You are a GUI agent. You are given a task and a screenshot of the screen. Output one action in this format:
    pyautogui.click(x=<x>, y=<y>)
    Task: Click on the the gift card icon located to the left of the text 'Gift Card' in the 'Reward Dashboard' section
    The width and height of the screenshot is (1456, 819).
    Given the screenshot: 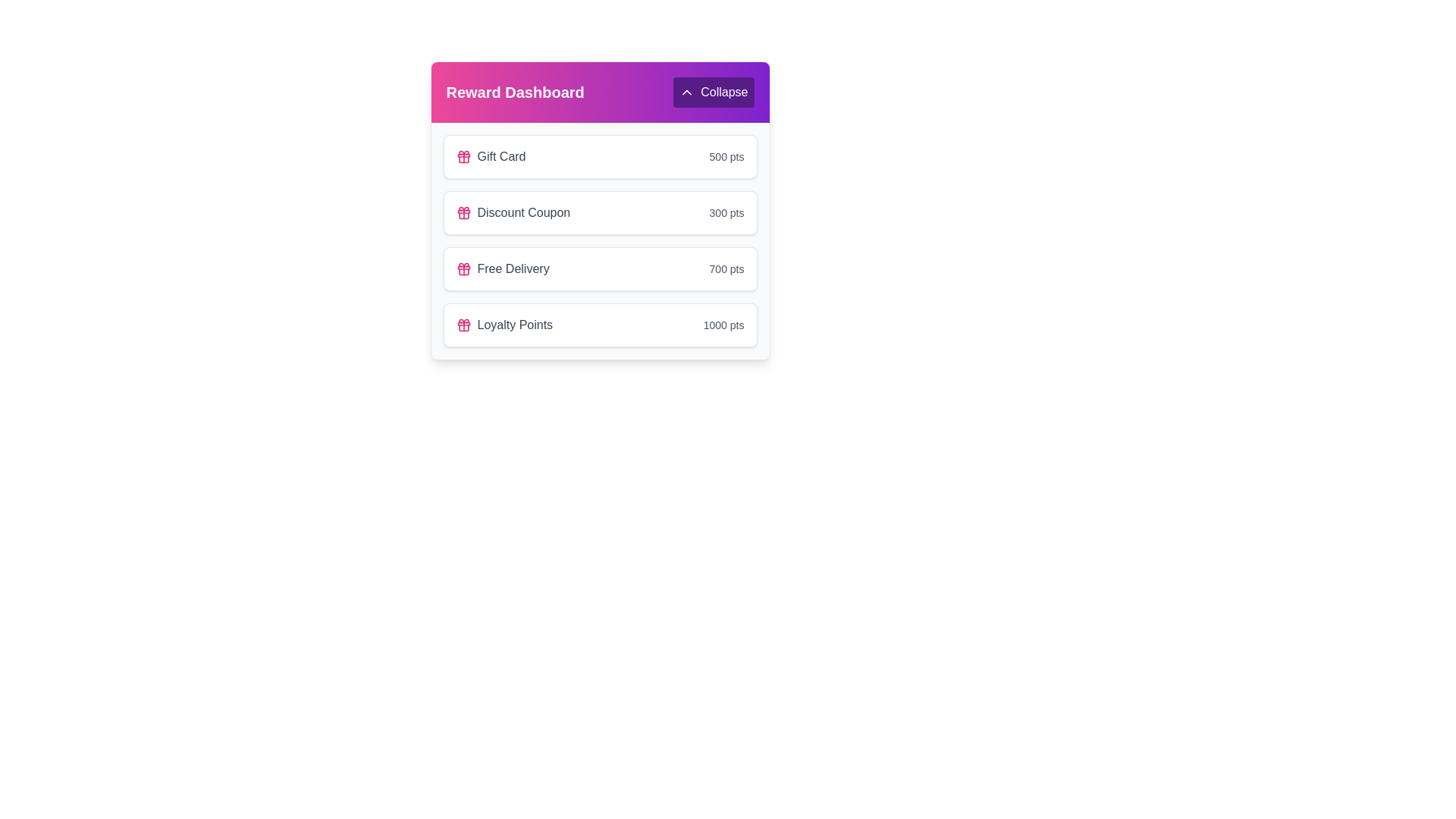 What is the action you would take?
    pyautogui.click(x=463, y=157)
    